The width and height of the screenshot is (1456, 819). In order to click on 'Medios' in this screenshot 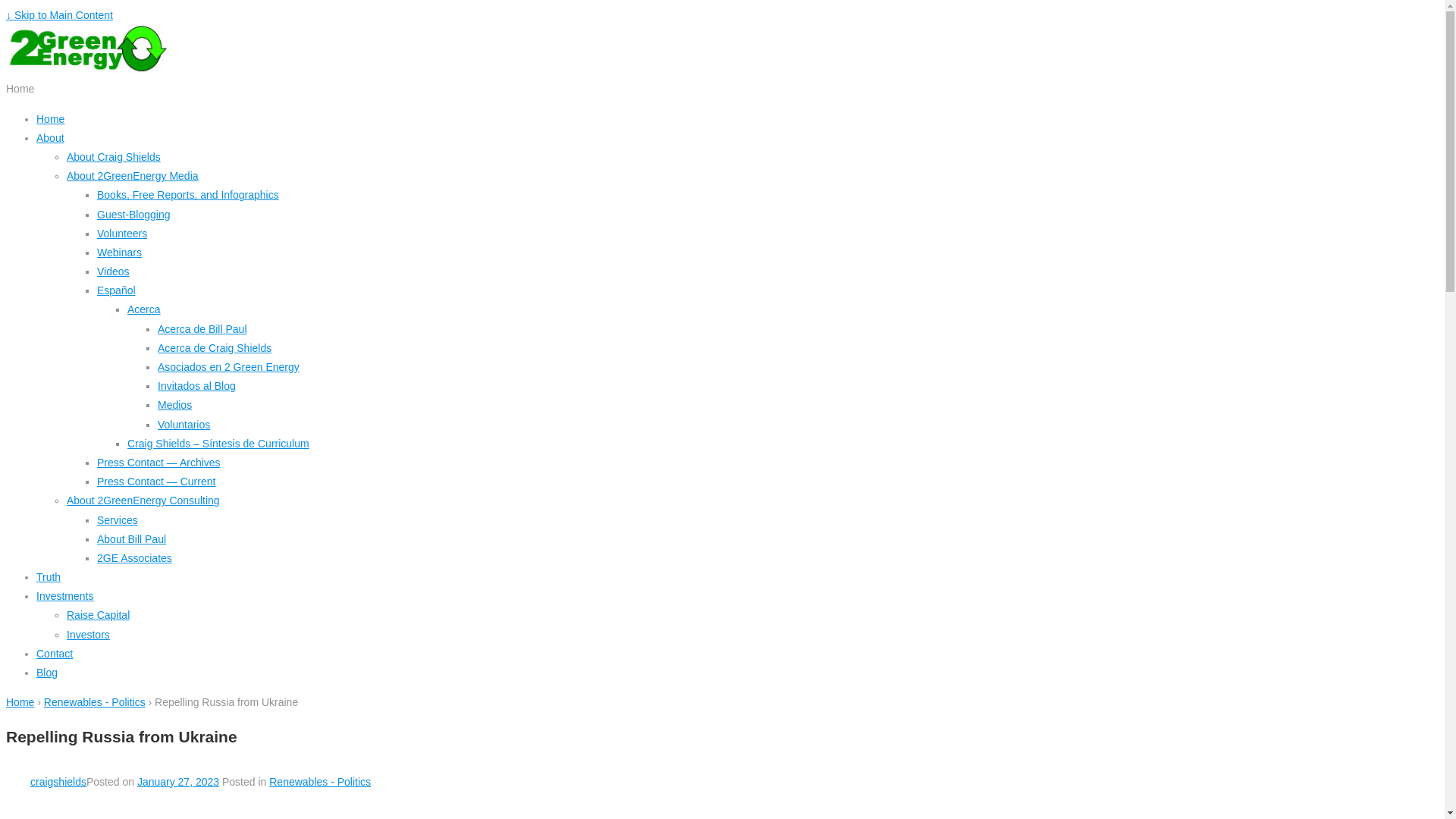, I will do `click(174, 403)`.